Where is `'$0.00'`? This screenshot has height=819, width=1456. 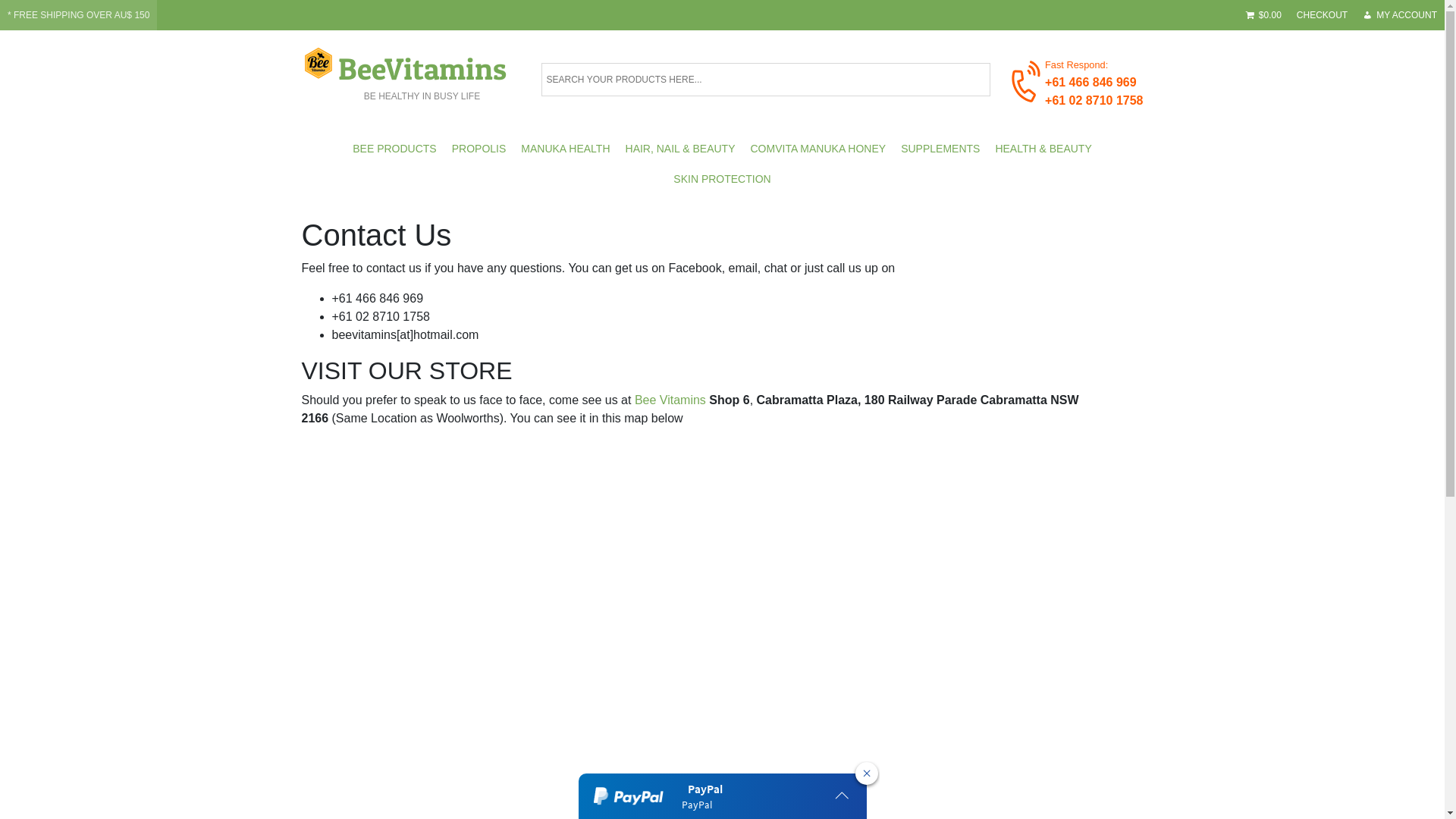 '$0.00' is located at coordinates (1263, 14).